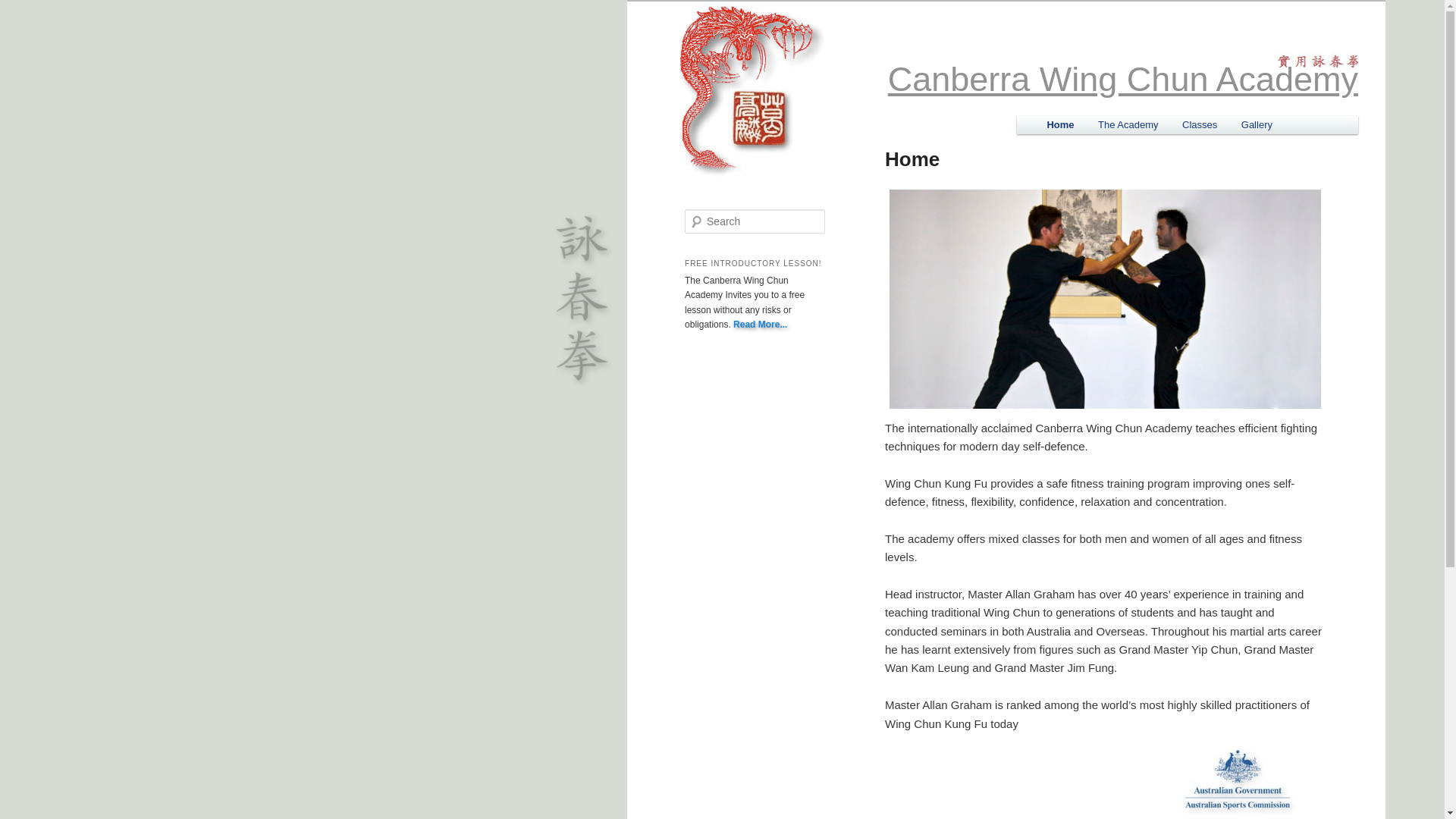 The image size is (1456, 819). What do you see at coordinates (1128, 124) in the screenshot?
I see `'The Academy'` at bounding box center [1128, 124].